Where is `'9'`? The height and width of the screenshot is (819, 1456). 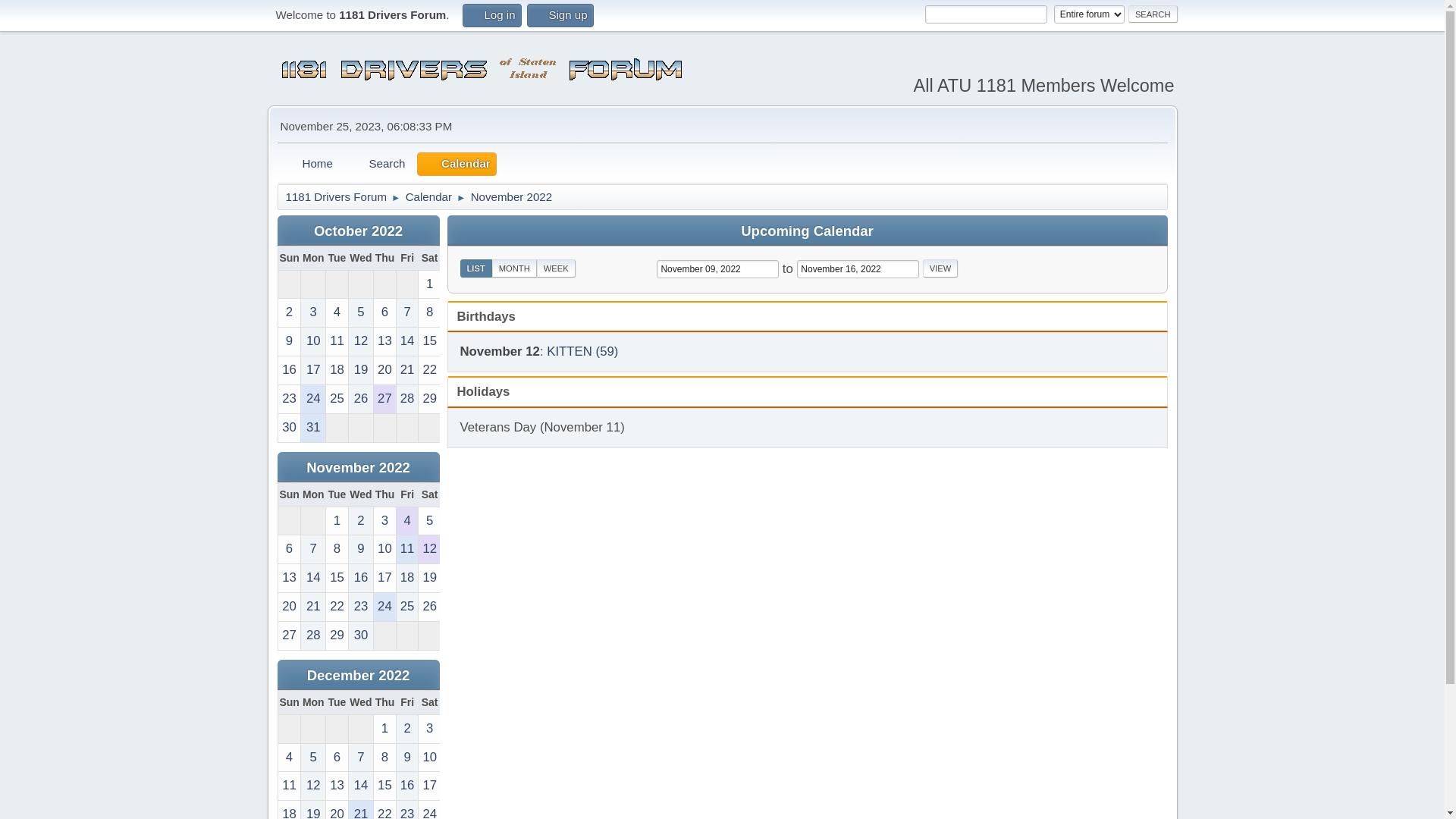 '9' is located at coordinates (359, 549).